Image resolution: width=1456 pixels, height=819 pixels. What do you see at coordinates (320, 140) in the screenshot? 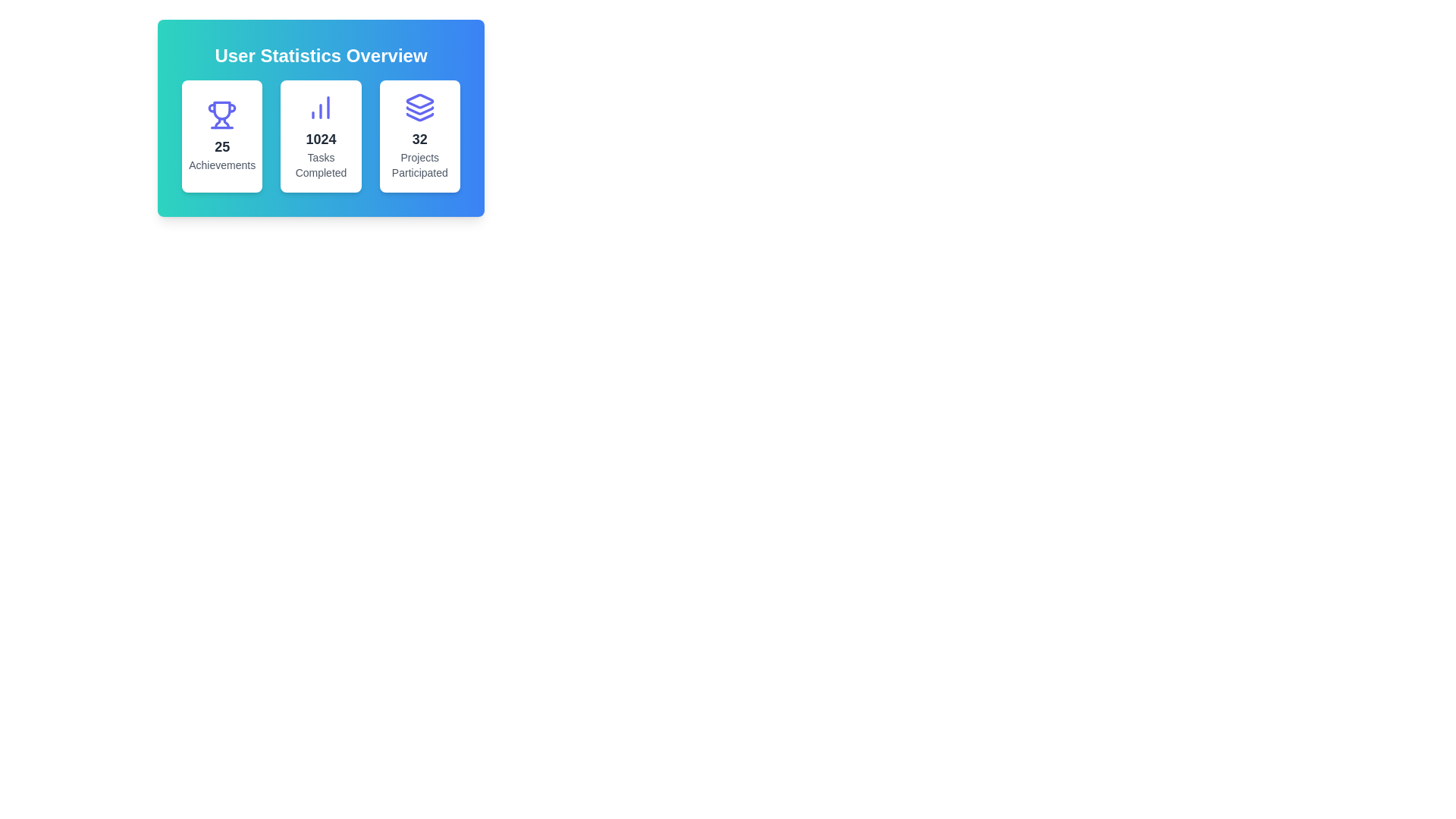
I see `the static text element displaying the total count of completed tasks, located in the 'Tasks Completed' card under 'User Statistics Overview'` at bounding box center [320, 140].